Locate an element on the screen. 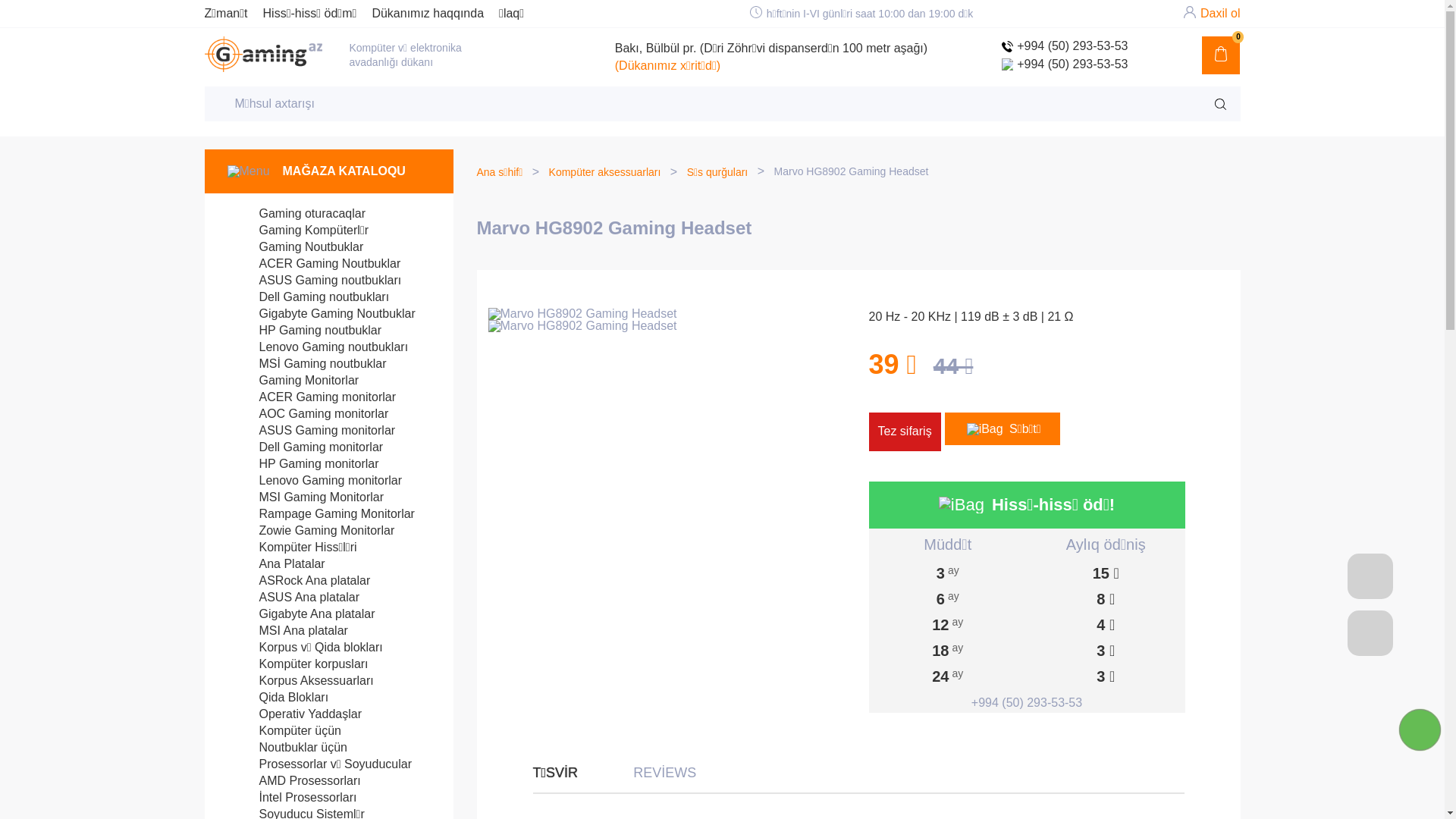 The image size is (1456, 819). 'MSI Gaming Monitorlar' is located at coordinates (305, 497).